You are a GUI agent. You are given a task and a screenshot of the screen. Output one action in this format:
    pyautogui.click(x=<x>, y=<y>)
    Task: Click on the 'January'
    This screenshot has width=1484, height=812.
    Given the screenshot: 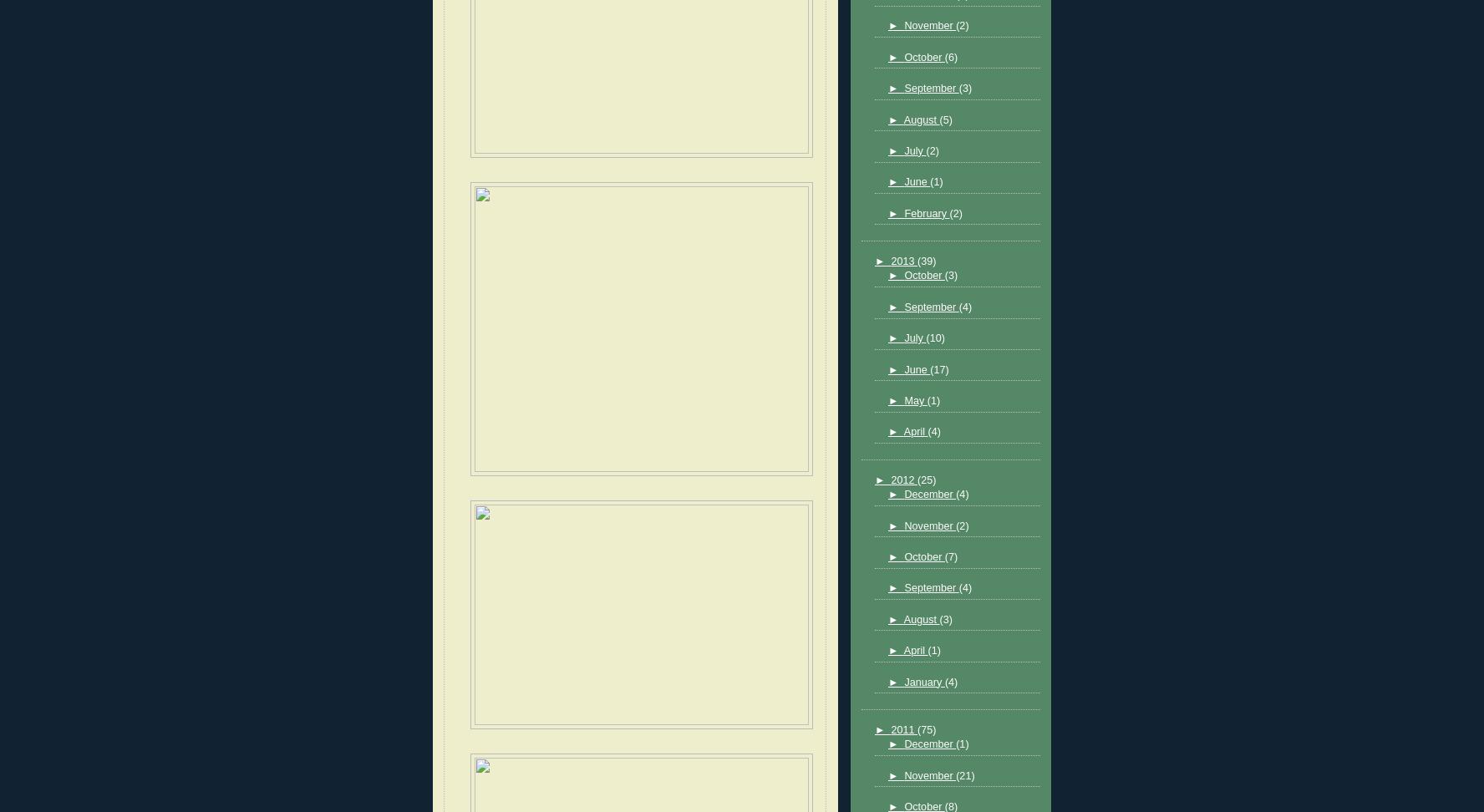 What is the action you would take?
    pyautogui.click(x=922, y=680)
    